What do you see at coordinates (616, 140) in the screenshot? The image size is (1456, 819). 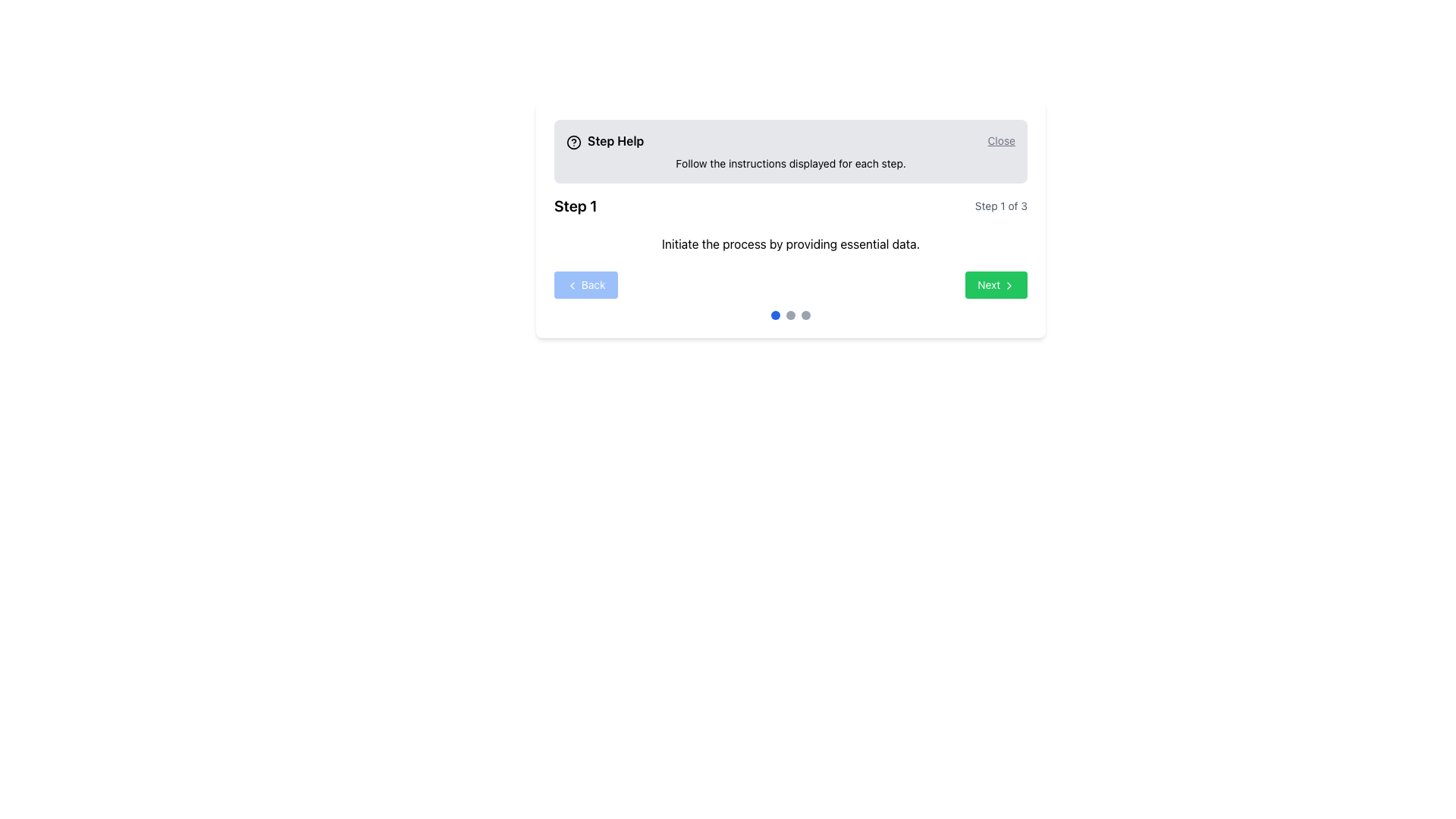 I see `text displayed as 'Step Help' located in the top-left corner of the rectangular gray bar, to the right of the circular help icon` at bounding box center [616, 140].